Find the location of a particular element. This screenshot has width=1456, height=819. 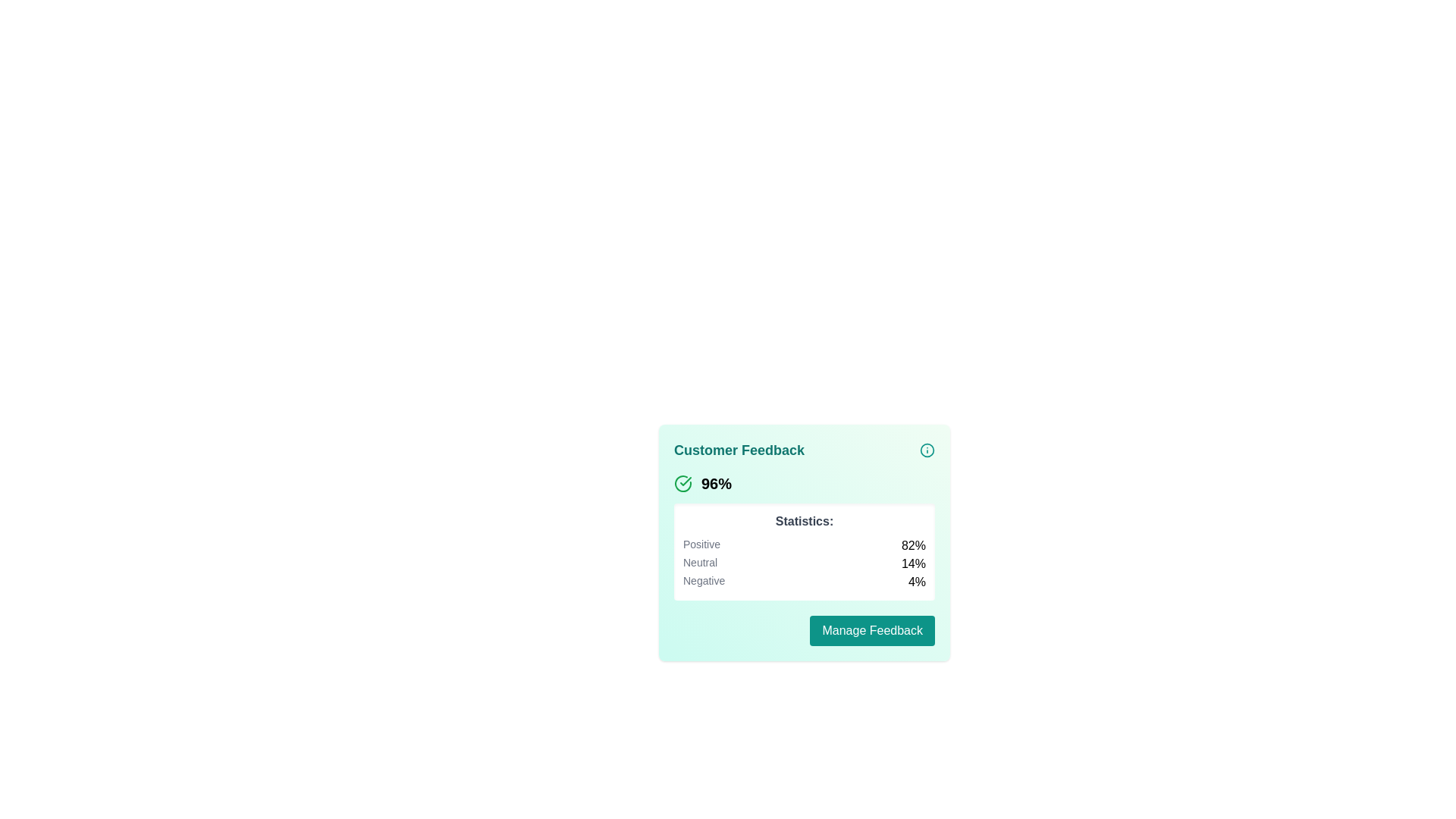

the circular checkmark icon that indicates success, positioned to the left of the bold '96%' text in the card interface is located at coordinates (682, 483).